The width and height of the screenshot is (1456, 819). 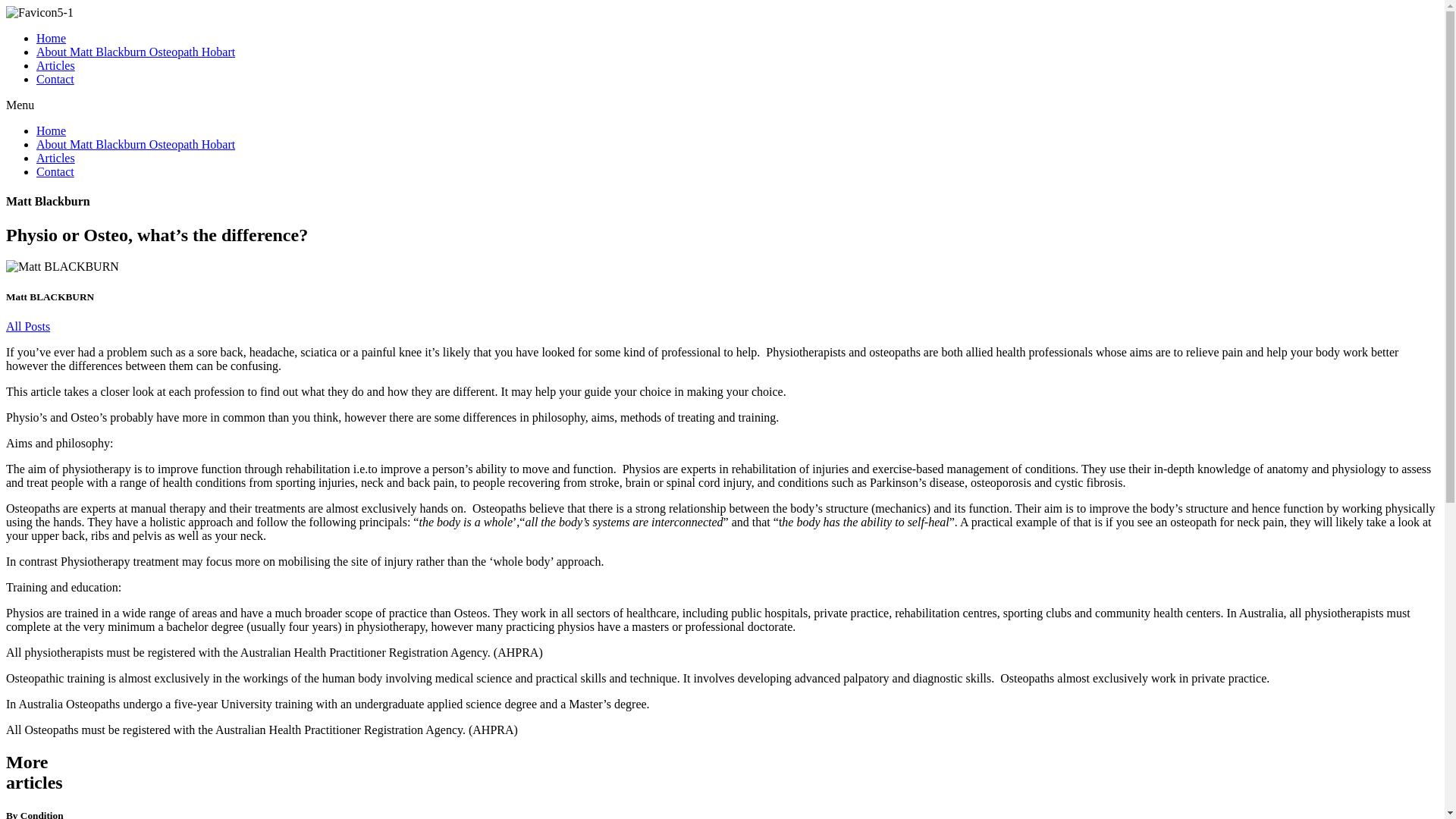 I want to click on 'All Posts', so click(x=28, y=325).